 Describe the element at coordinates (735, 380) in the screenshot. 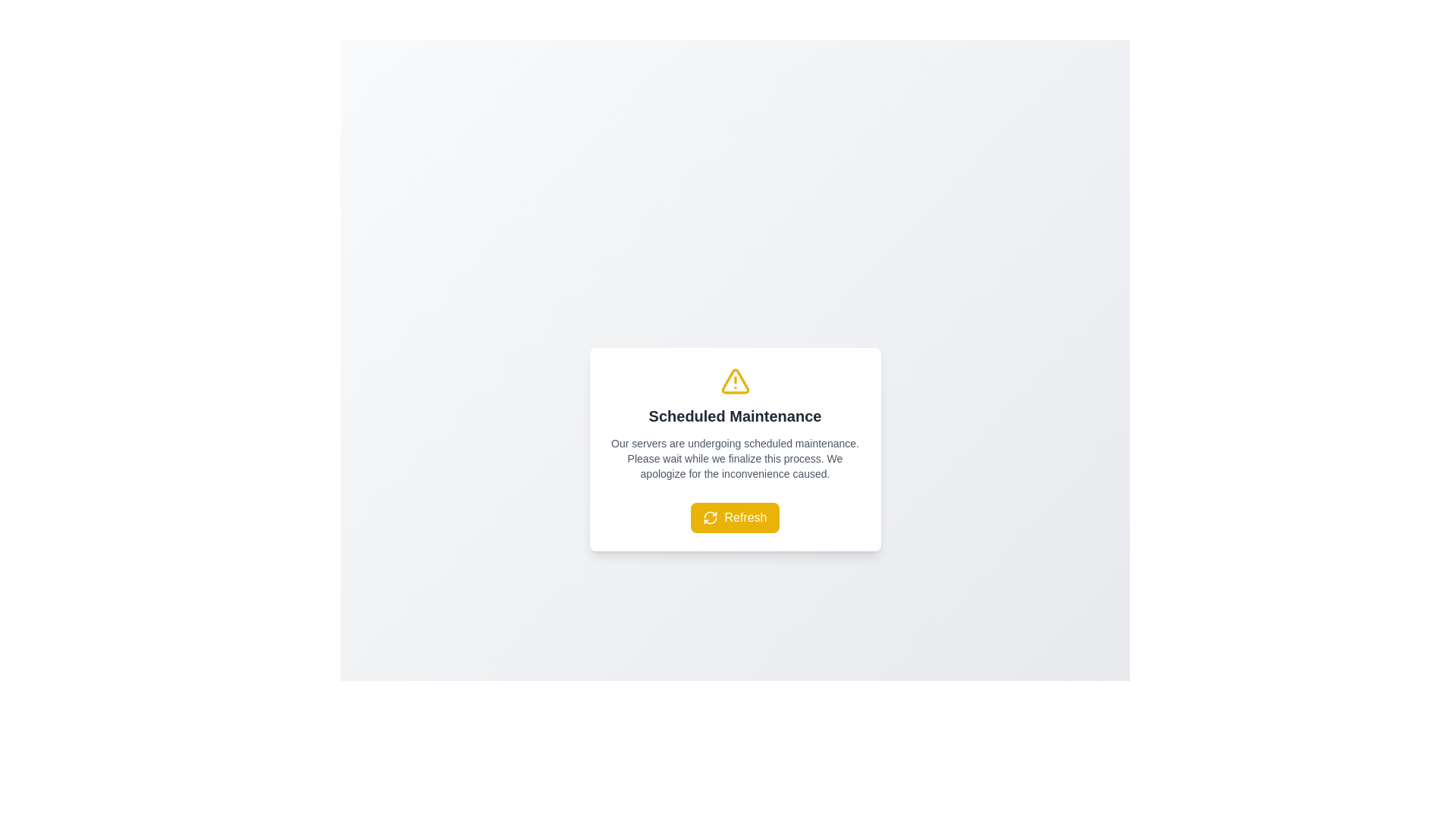

I see `the warning or alert icon located at the center of the alert dialog box above the text 'Scheduled Maintenance' for information` at that location.